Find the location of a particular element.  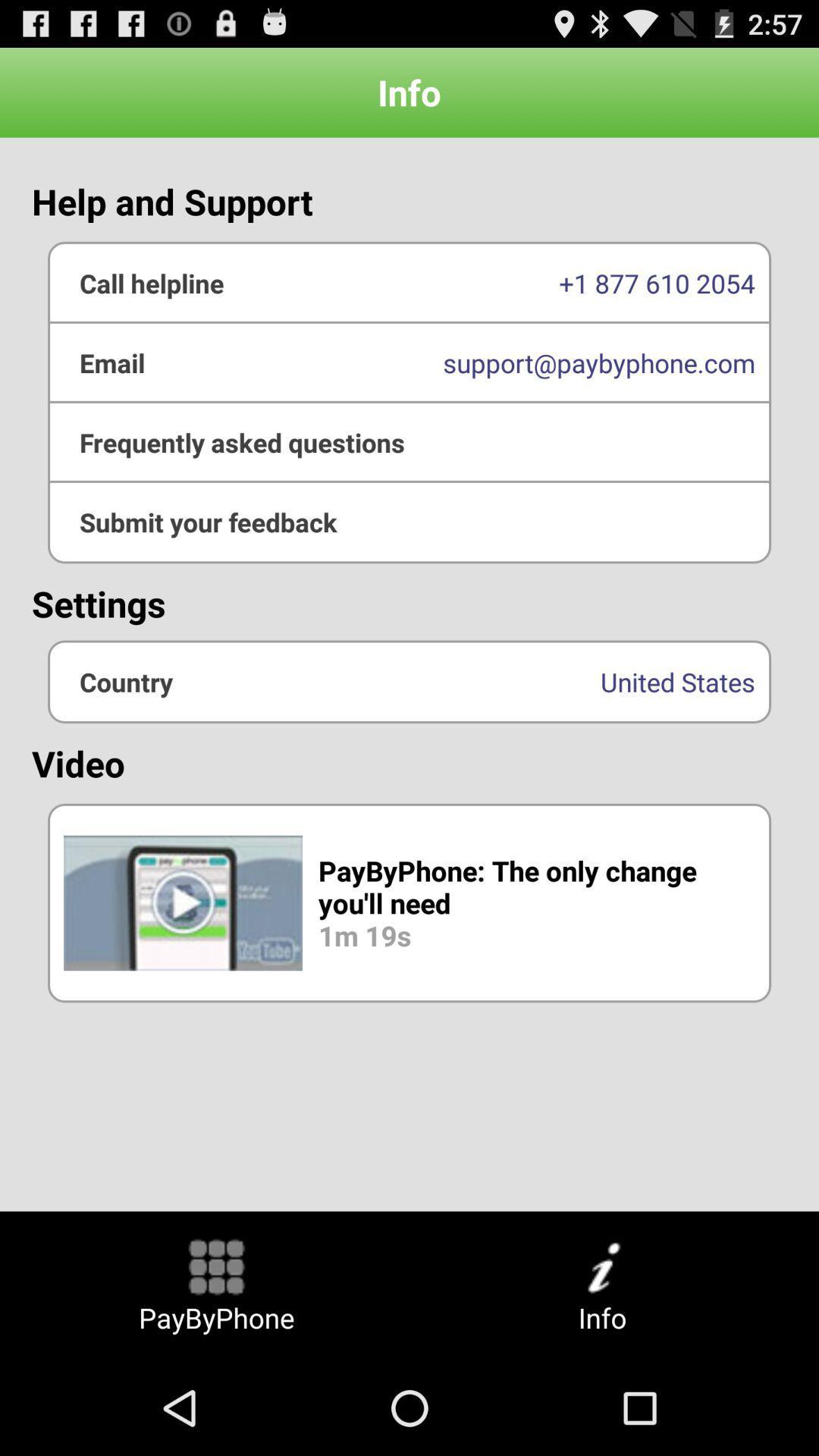

icon below the support@paybyphone.com item is located at coordinates (409, 522).